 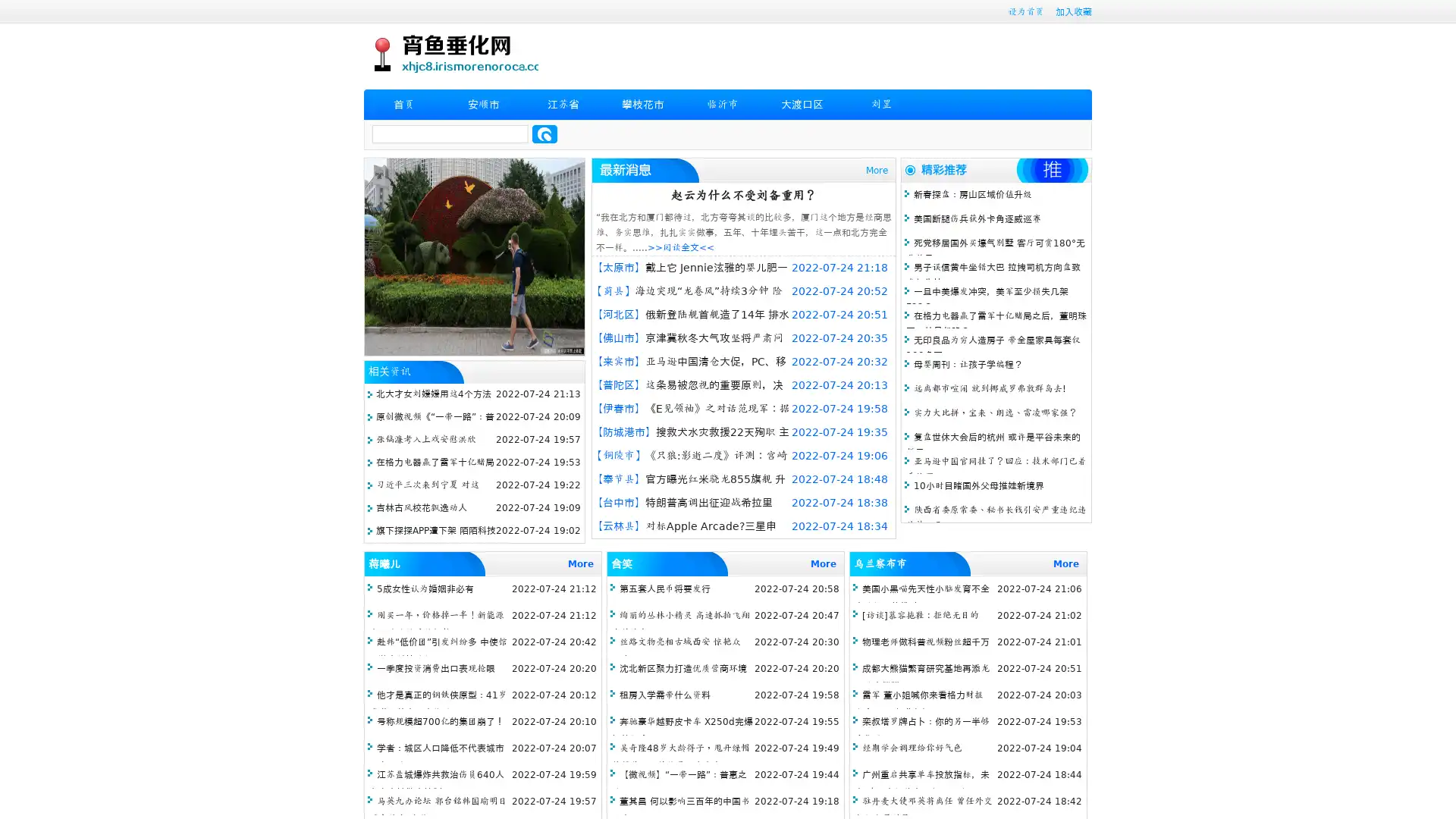 What do you see at coordinates (544, 133) in the screenshot?
I see `Search` at bounding box center [544, 133].